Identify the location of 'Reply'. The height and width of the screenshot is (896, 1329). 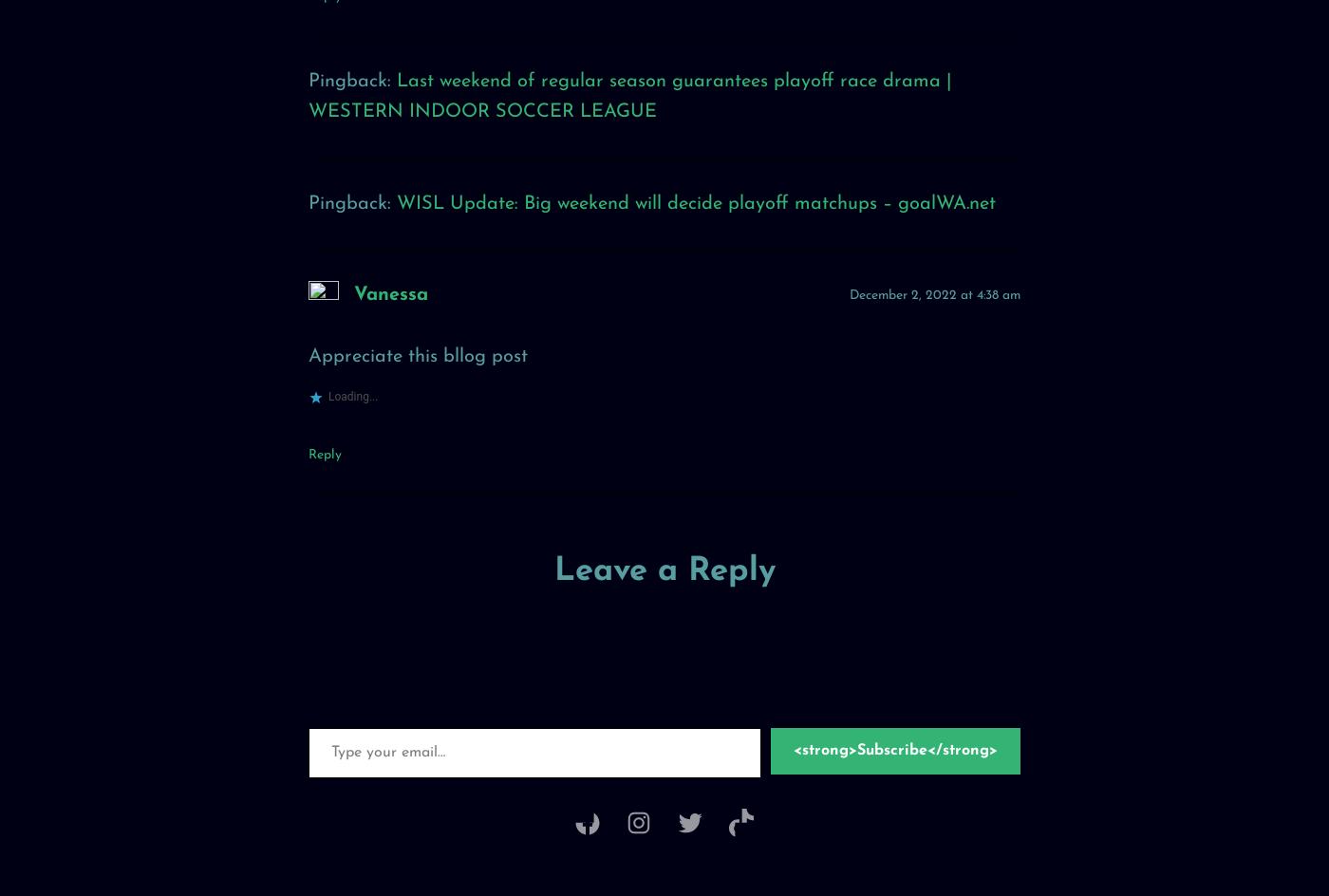
(325, 453).